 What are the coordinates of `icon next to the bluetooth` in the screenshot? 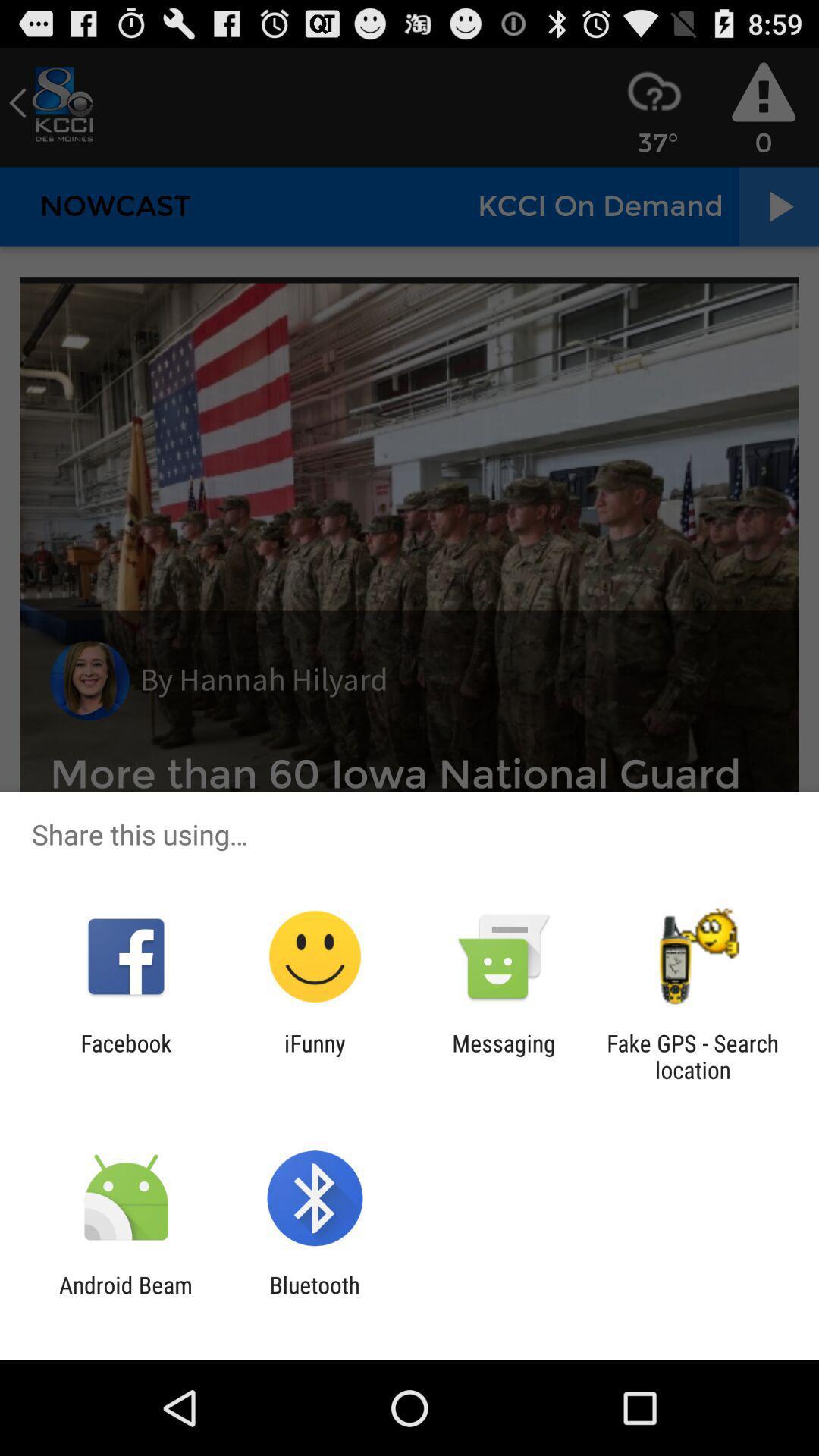 It's located at (125, 1298).